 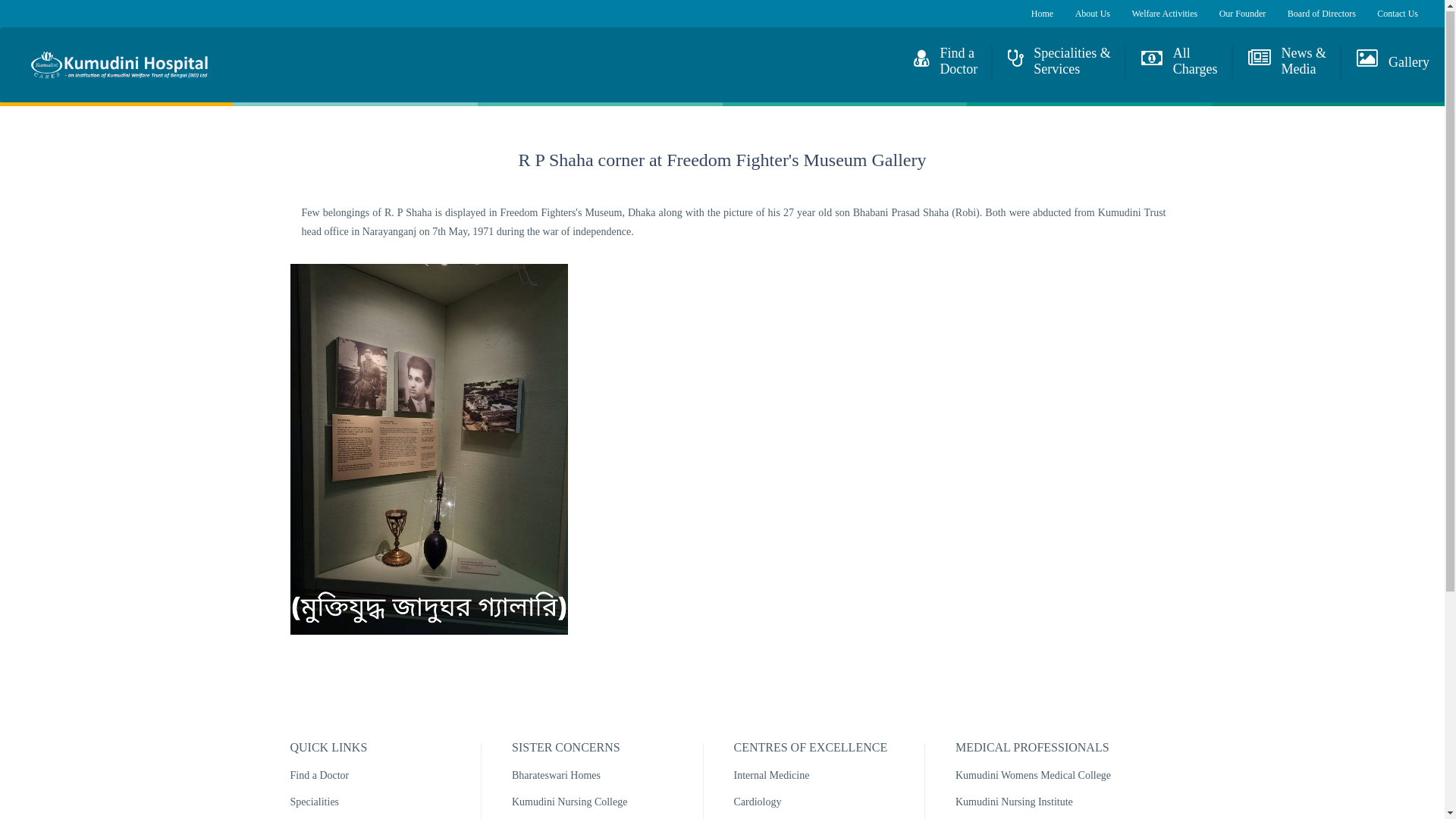 What do you see at coordinates (758, 802) in the screenshot?
I see `'Cardiology'` at bounding box center [758, 802].